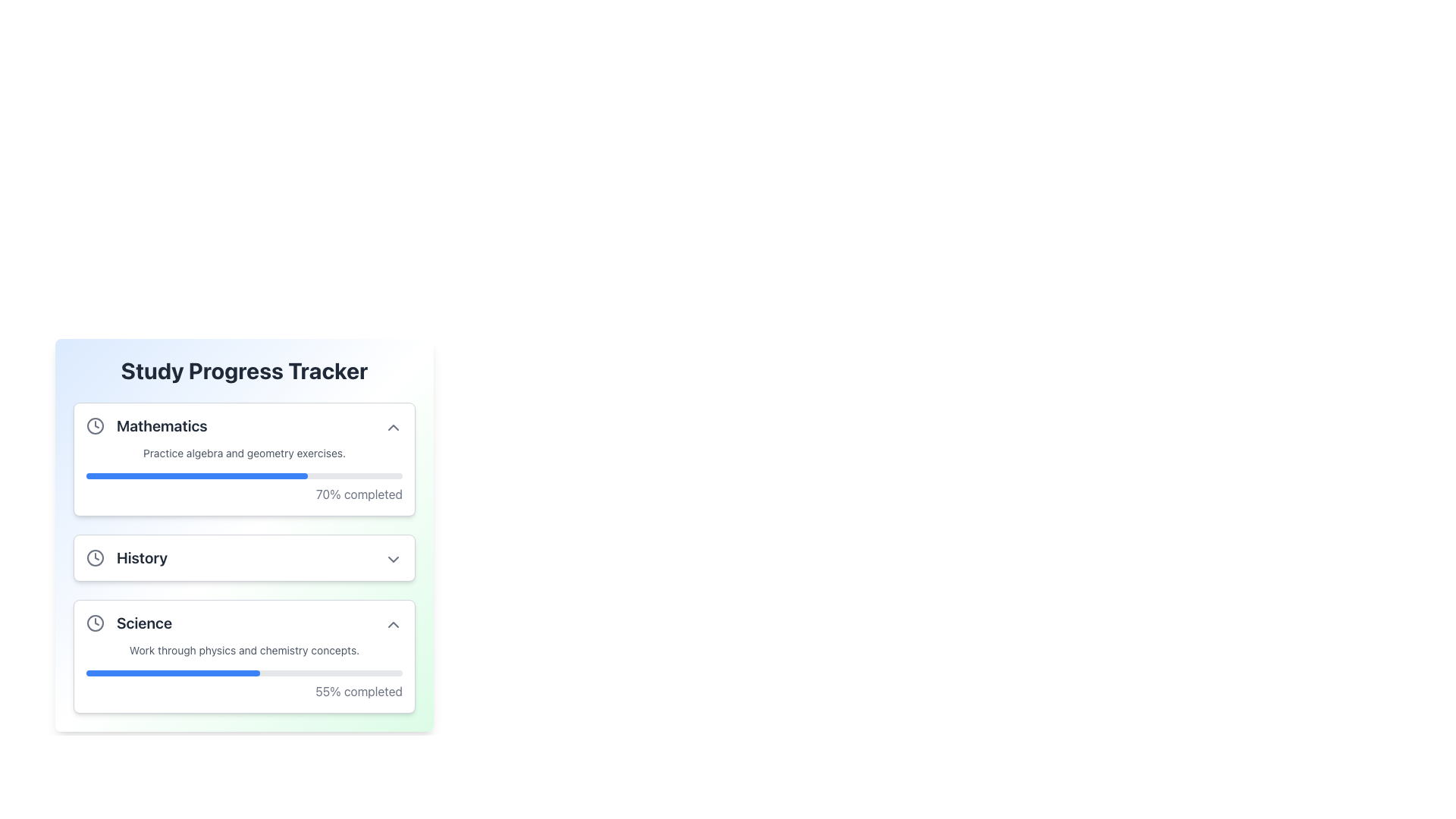 The image size is (1456, 819). I want to click on the clock icon situated at the start of the 'History' section, adjacent to the title 'History', for informational purposes, so click(94, 558).